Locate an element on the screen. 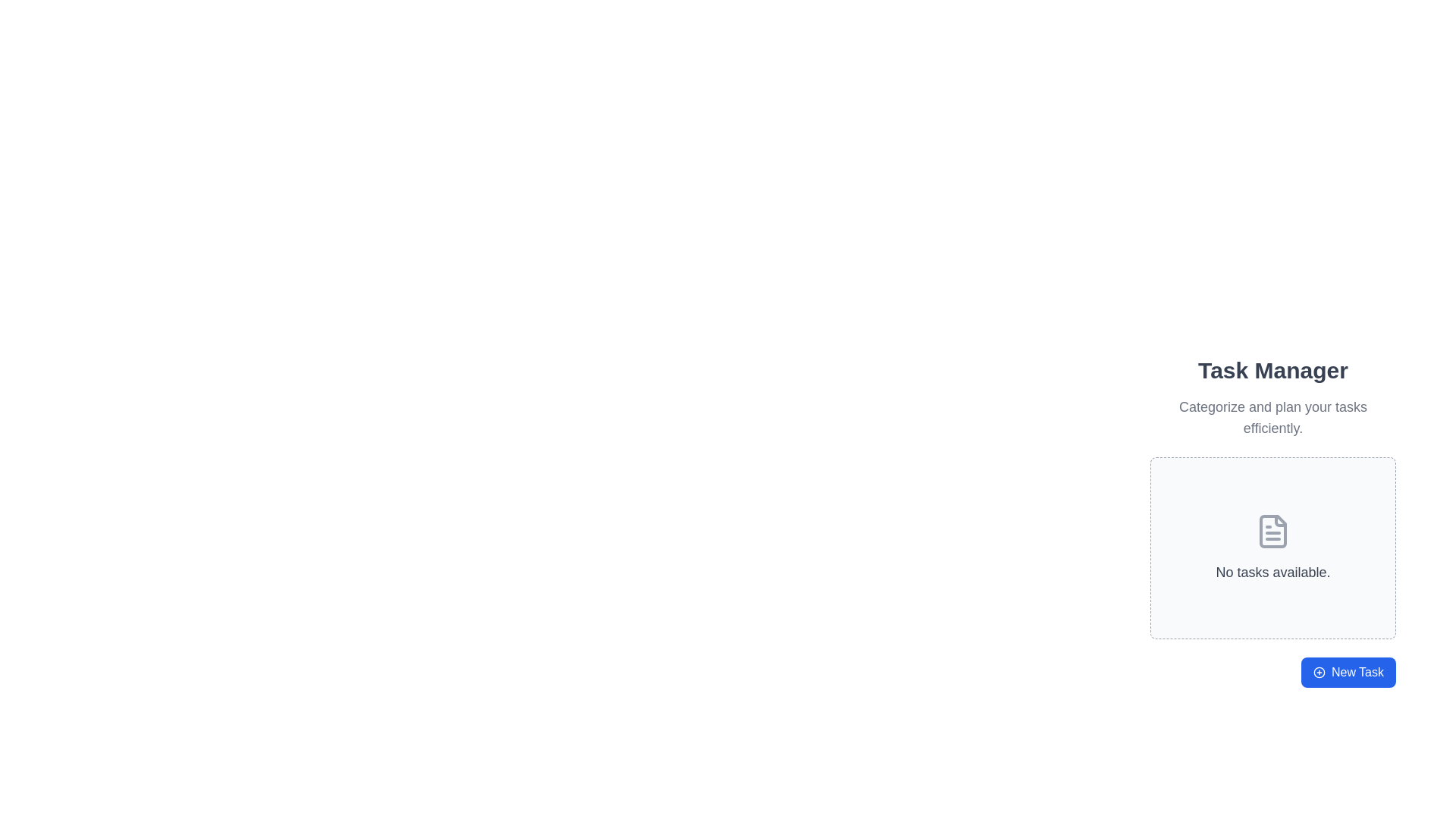 This screenshot has height=819, width=1456. the Label with Icon that displays 'No tasks available.' and has a file icon above it, which is located below the 'Task Manager' heading and above the 'New Task' button is located at coordinates (1273, 548).